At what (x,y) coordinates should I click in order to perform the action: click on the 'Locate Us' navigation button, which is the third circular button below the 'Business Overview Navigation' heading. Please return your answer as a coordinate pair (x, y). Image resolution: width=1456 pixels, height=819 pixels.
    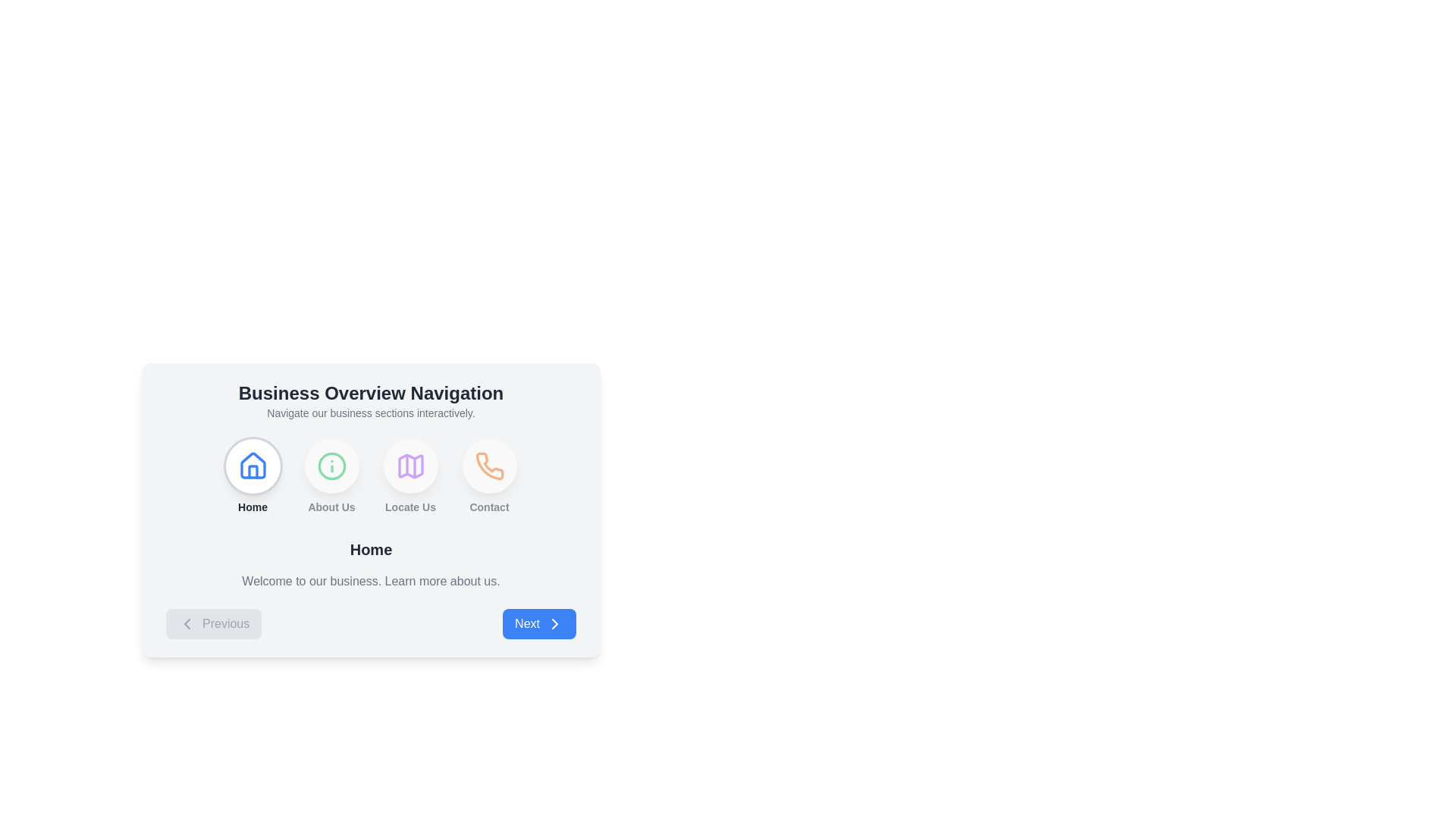
    Looking at the image, I should click on (410, 465).